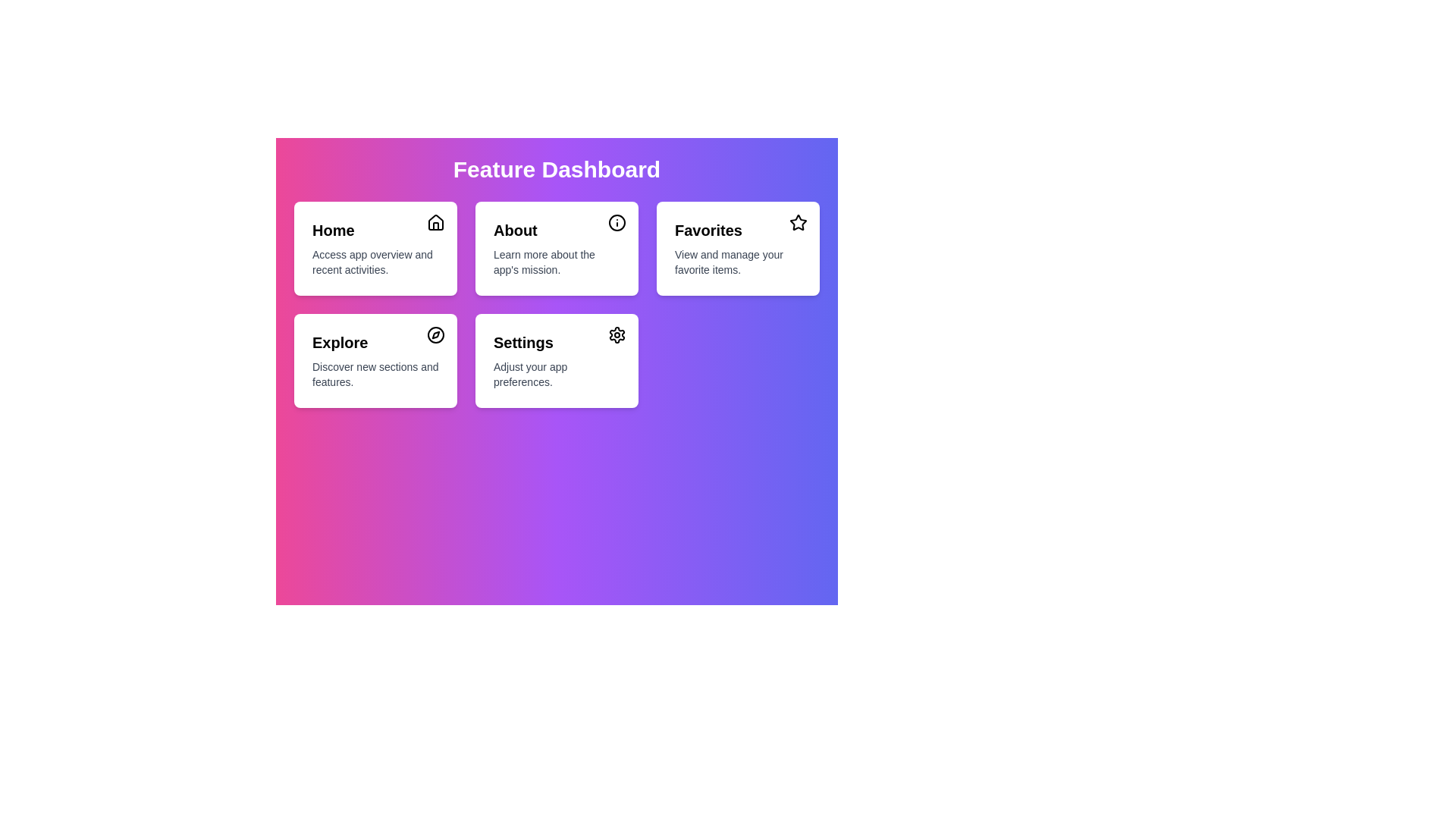 The image size is (1456, 819). Describe the element at coordinates (556, 247) in the screenshot. I see `the menu item About to navigate to its respective section` at that location.